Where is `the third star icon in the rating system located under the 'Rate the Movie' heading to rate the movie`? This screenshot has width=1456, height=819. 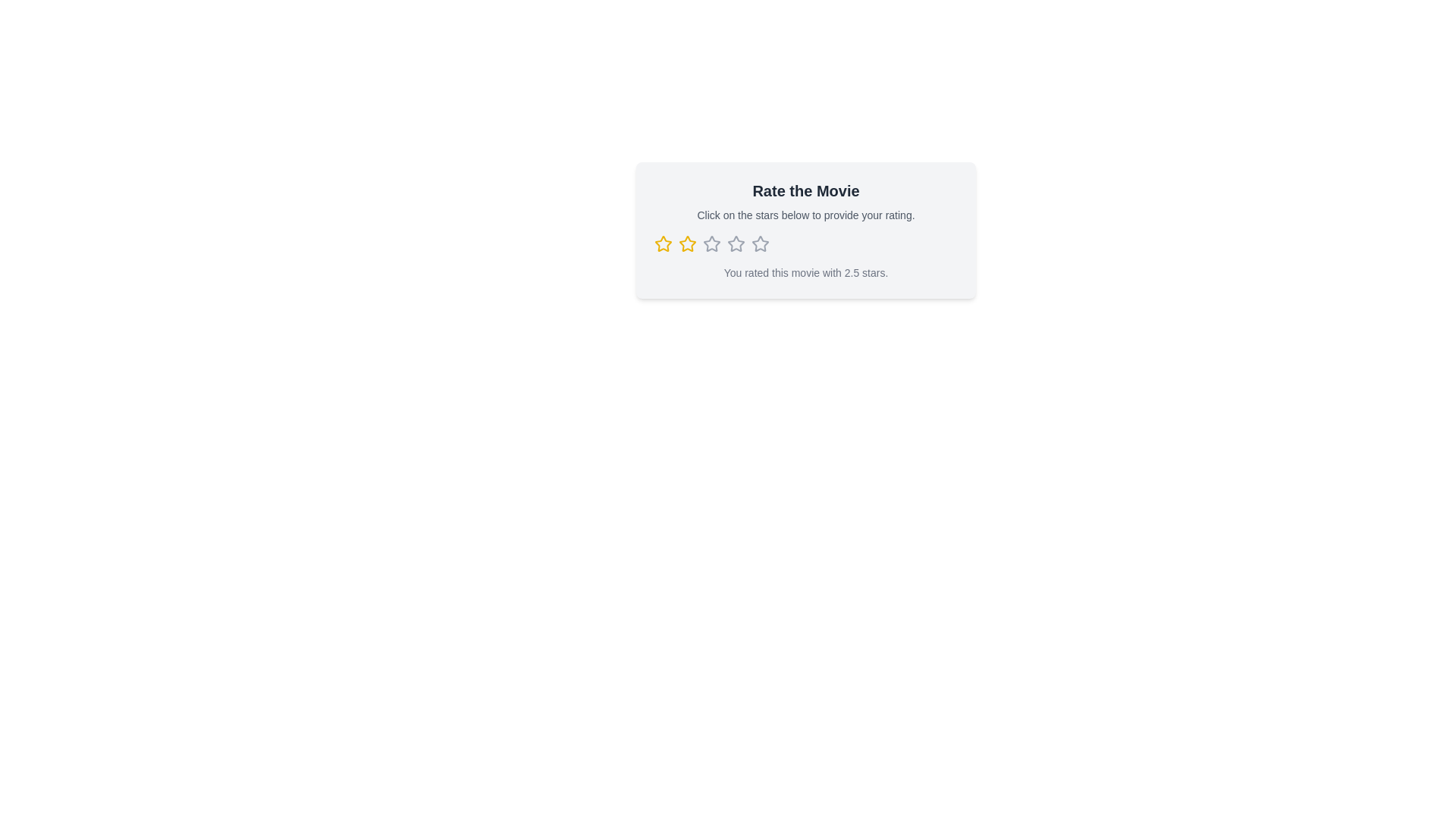
the third star icon in the rating system located under the 'Rate the Movie' heading to rate the movie is located at coordinates (710, 242).